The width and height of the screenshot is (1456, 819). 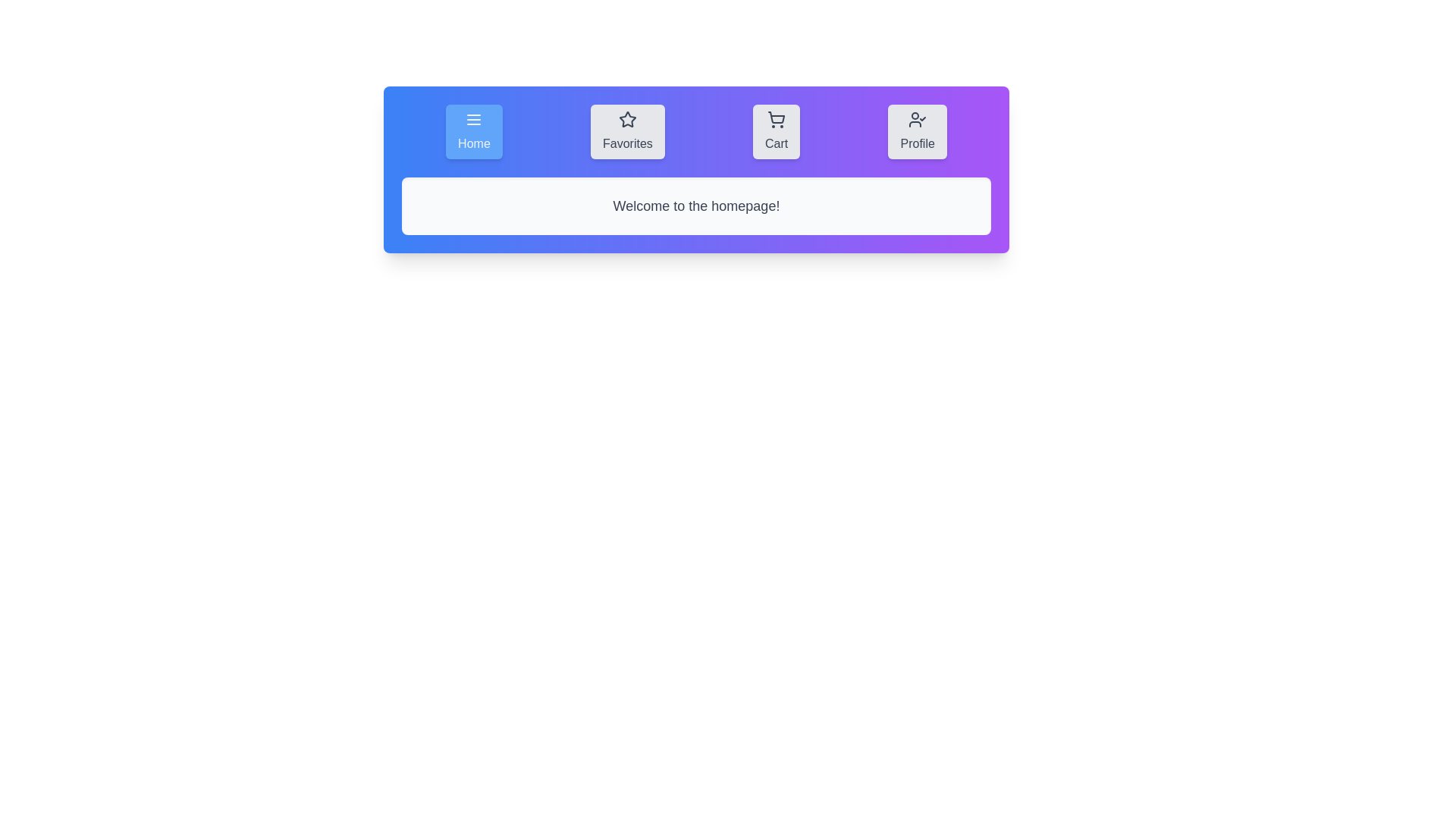 What do you see at coordinates (627, 119) in the screenshot?
I see `the 'Favorites' icon located in the top navigation bar, which is used for marking or accessing favorite items, situated above the text label 'Favorites'` at bounding box center [627, 119].